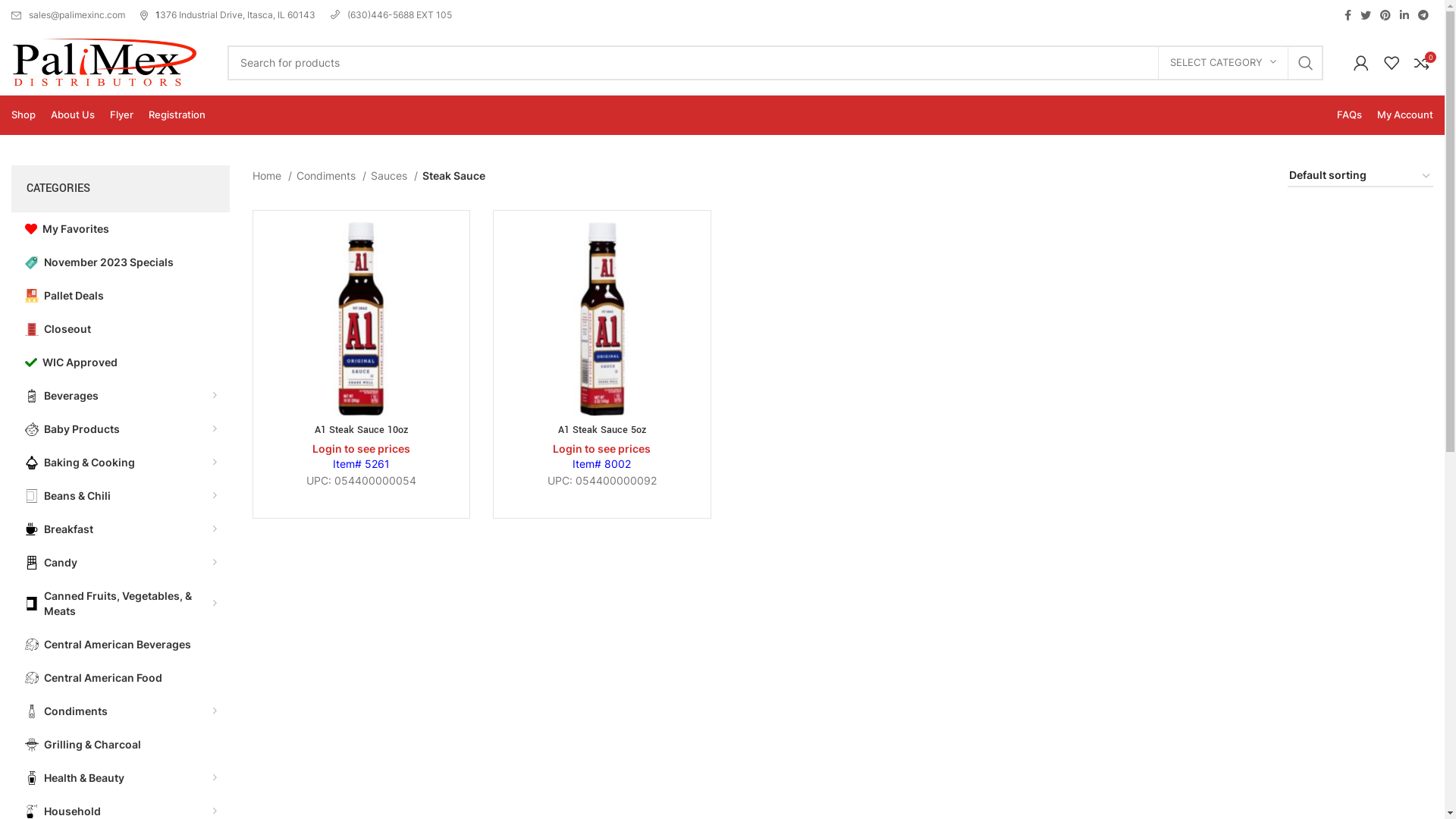 The height and width of the screenshot is (819, 1456). I want to click on 'A1 Steak Sauce 10oz', so click(313, 430).